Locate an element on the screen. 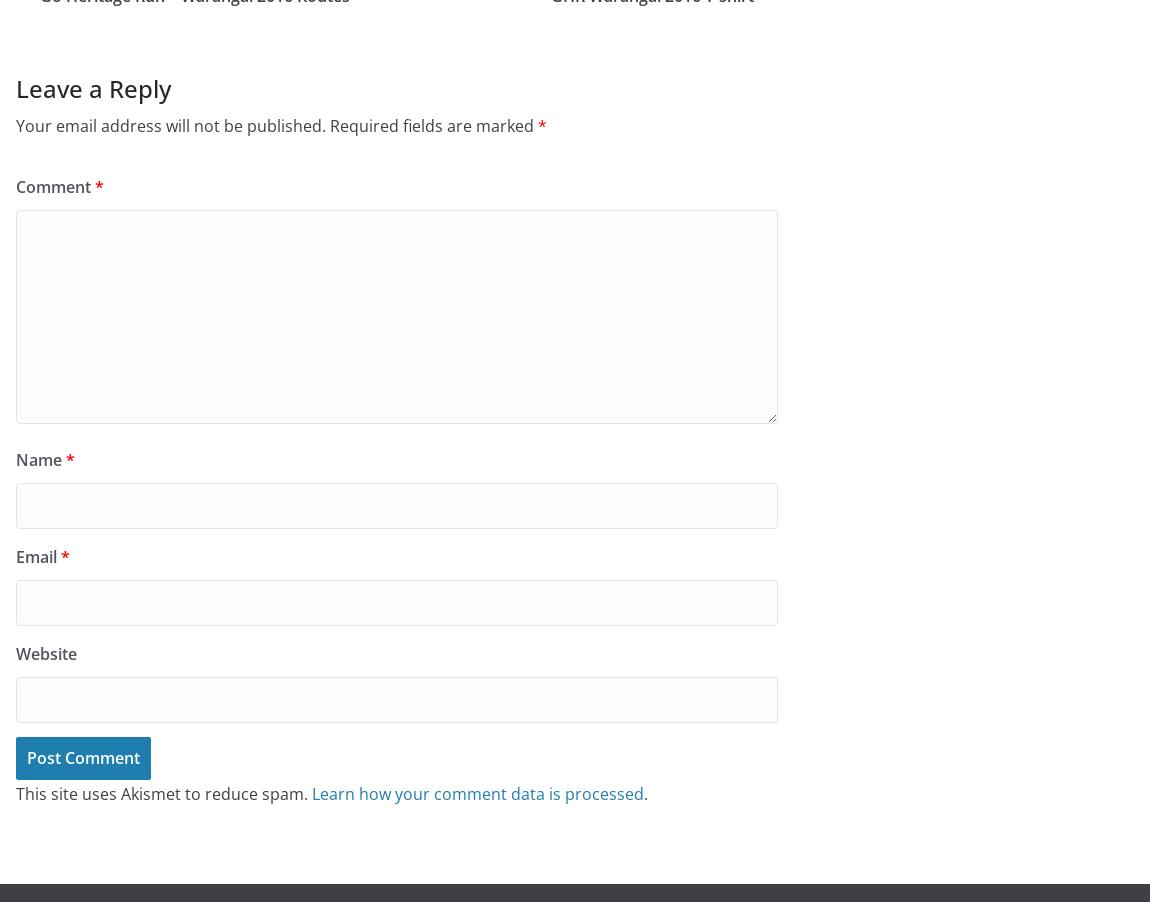 Image resolution: width=1150 pixels, height=902 pixels. 'Learn how your comment data is processed' is located at coordinates (311, 792).